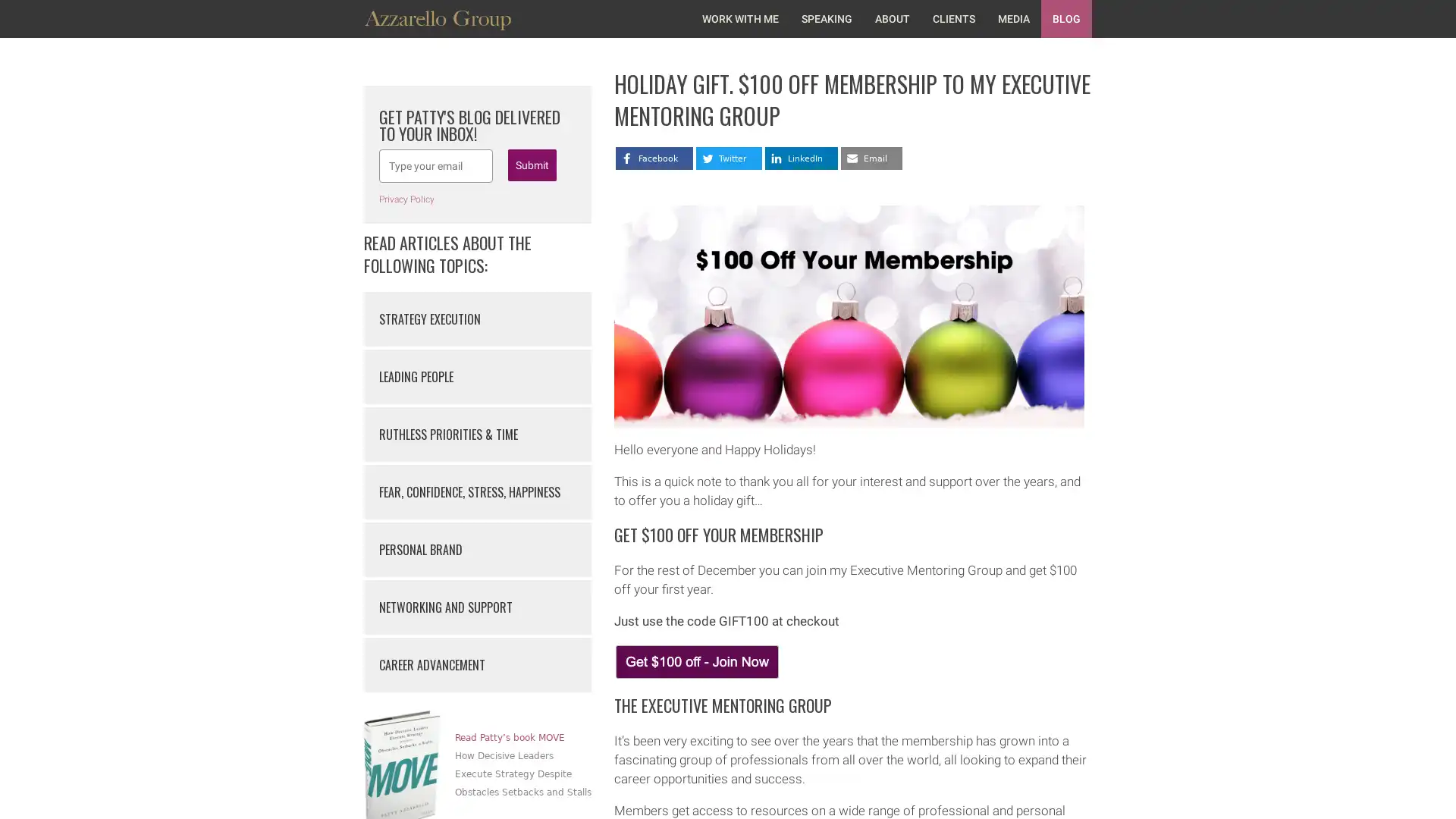  Describe the element at coordinates (729, 158) in the screenshot. I see `Share to Twitter Twitter` at that location.